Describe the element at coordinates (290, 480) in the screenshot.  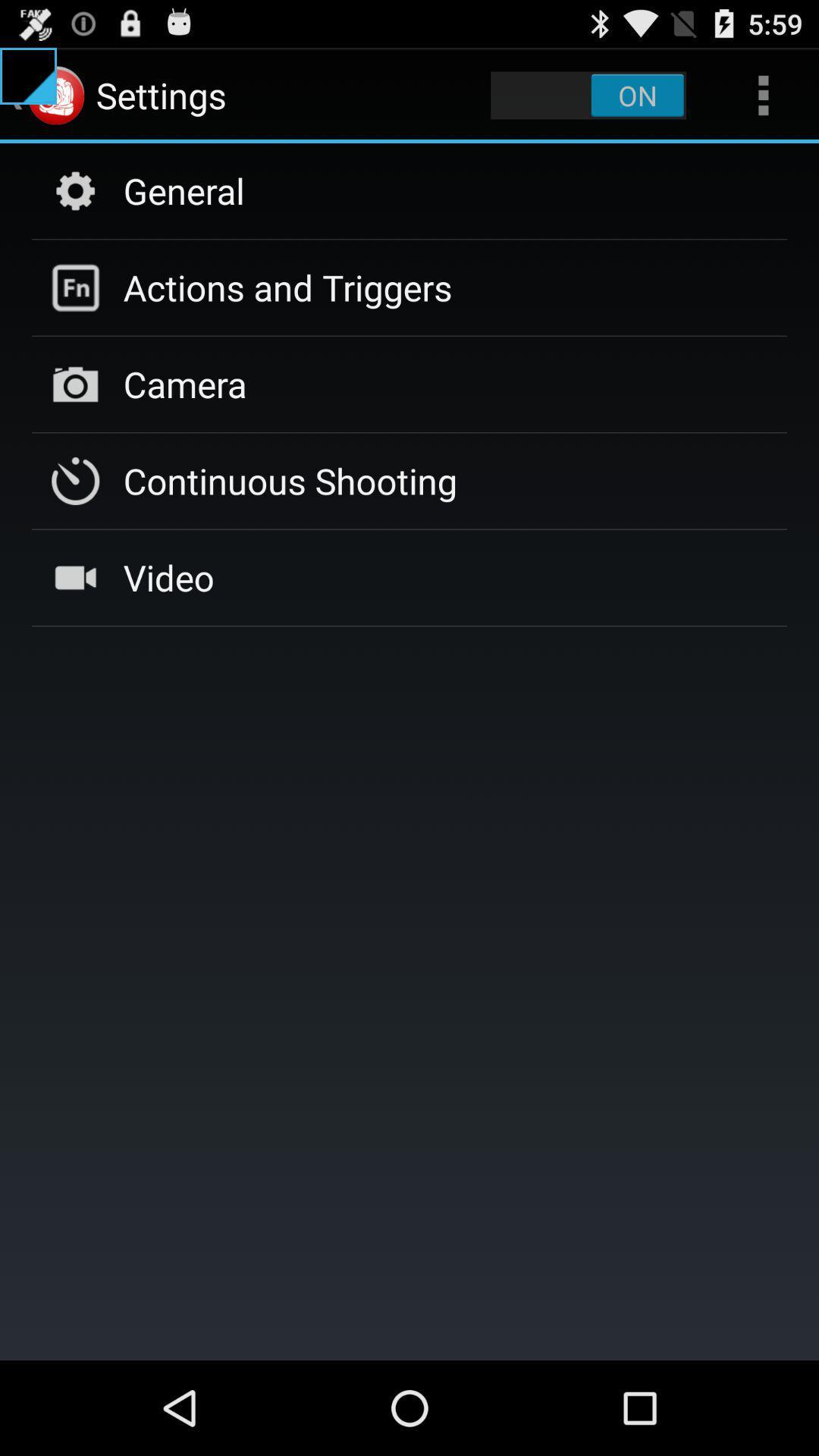
I see `item above video icon` at that location.